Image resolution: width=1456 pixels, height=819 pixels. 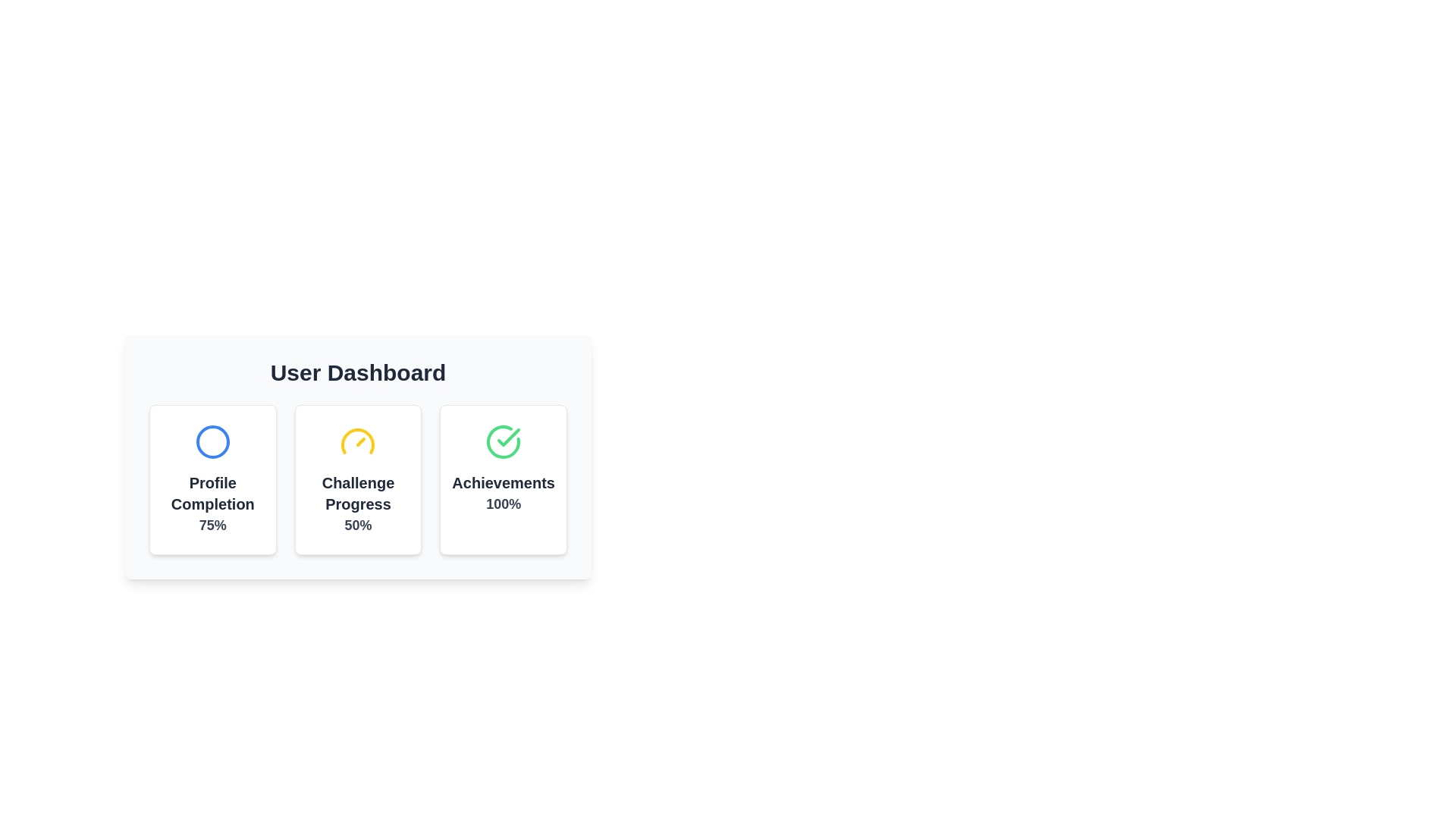 What do you see at coordinates (357, 441) in the screenshot?
I see `the progress status icon located in the Challenge Progress section of the User Dashboard` at bounding box center [357, 441].